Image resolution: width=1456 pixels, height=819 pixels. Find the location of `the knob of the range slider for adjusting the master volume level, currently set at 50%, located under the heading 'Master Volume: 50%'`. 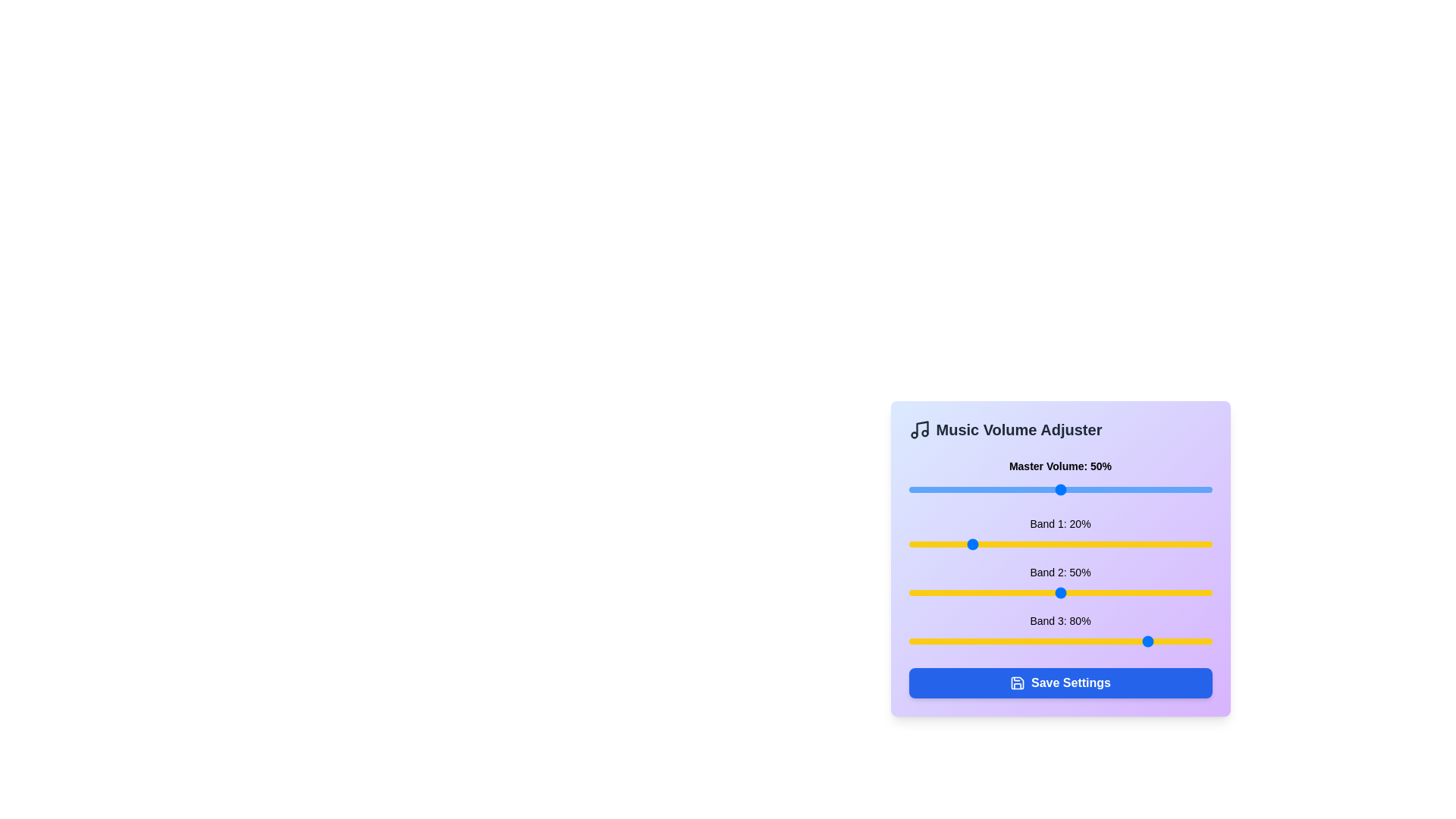

the knob of the range slider for adjusting the master volume level, currently set at 50%, located under the heading 'Master Volume: 50%' is located at coordinates (1059, 489).